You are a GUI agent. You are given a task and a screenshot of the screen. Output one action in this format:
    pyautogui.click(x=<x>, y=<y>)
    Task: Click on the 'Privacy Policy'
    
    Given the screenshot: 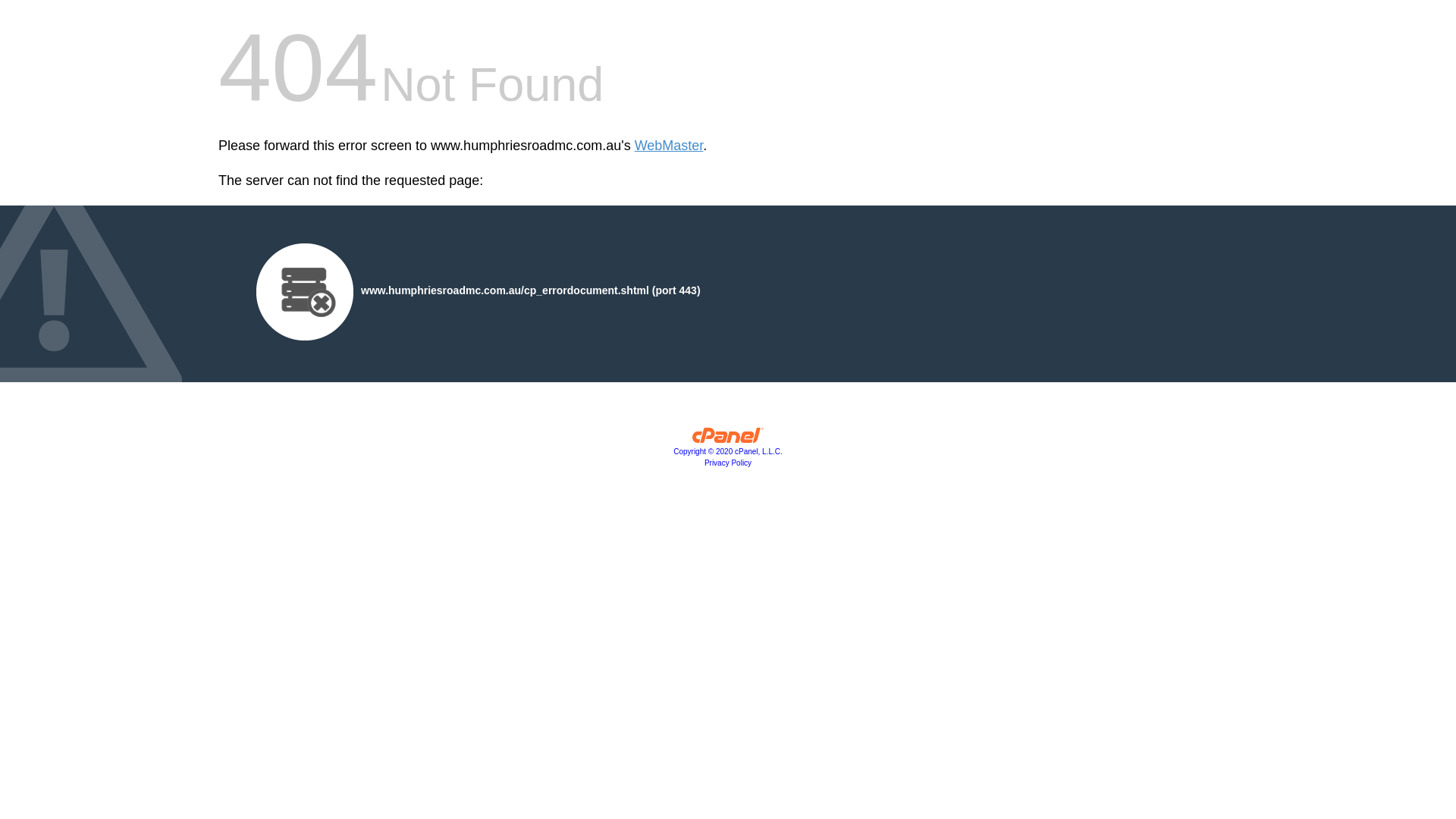 What is the action you would take?
    pyautogui.click(x=728, y=462)
    